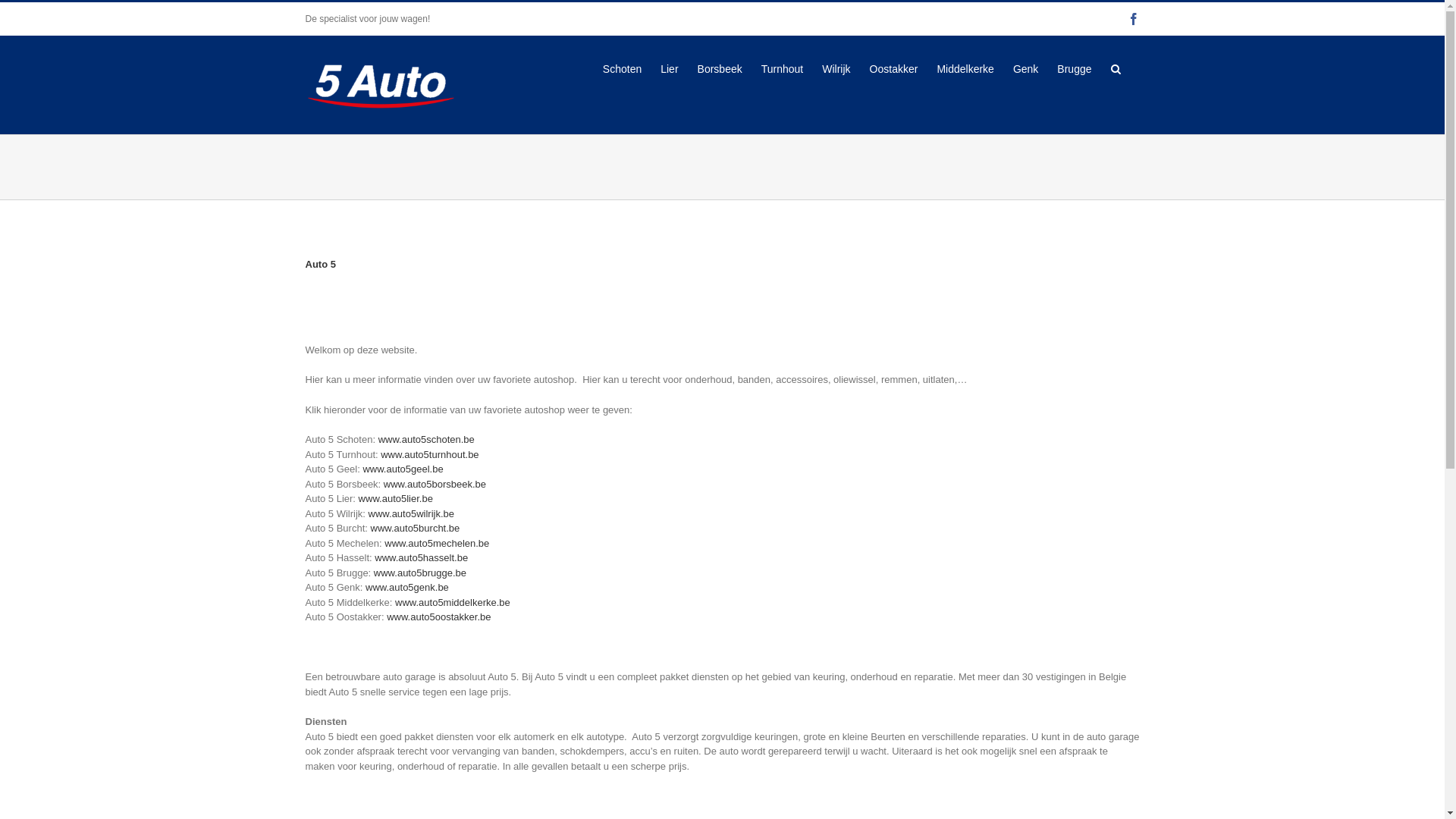 The image size is (1456, 819). What do you see at coordinates (381, 453) in the screenshot?
I see `'www.auto5turnhout.be'` at bounding box center [381, 453].